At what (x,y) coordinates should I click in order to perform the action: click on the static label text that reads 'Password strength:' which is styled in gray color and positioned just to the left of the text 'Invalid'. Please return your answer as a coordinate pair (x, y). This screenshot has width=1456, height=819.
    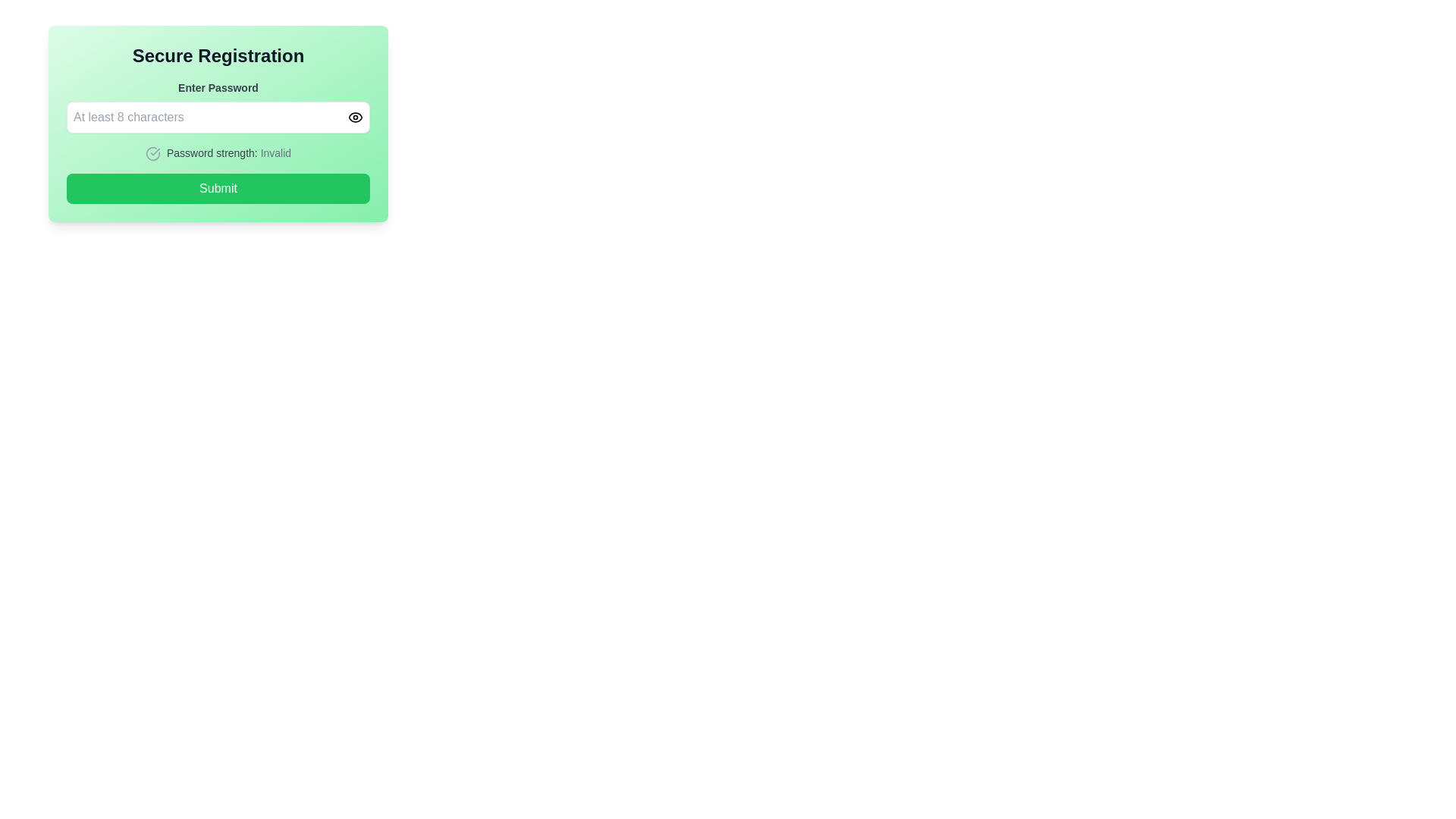
    Looking at the image, I should click on (212, 152).